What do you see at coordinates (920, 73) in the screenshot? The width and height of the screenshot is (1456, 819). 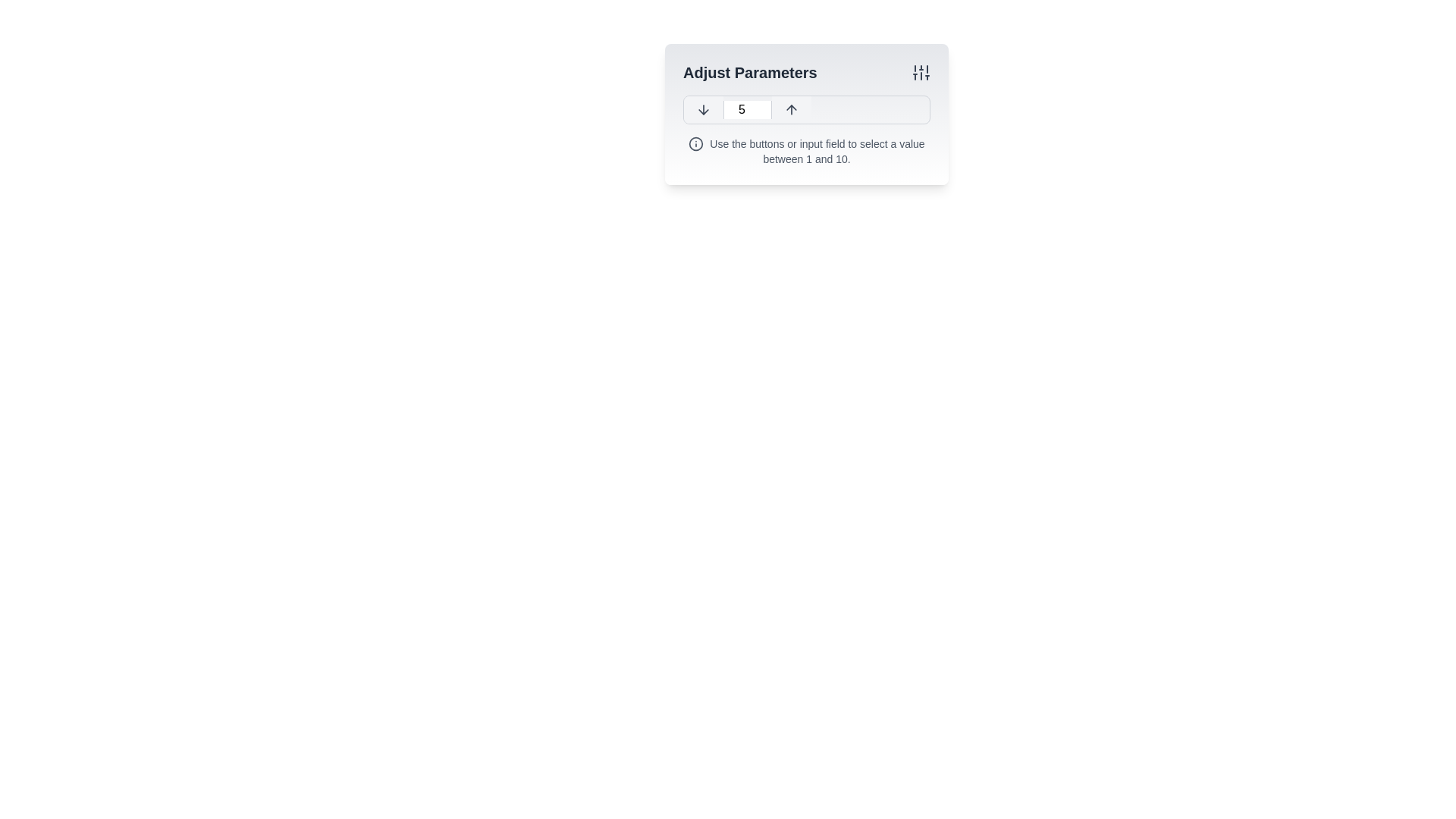 I see `the adjustable parameters icon located in the top-right corner of the 'Adjust Parameters' section, adjacent to the text heading 'Adjust Parameters'` at bounding box center [920, 73].